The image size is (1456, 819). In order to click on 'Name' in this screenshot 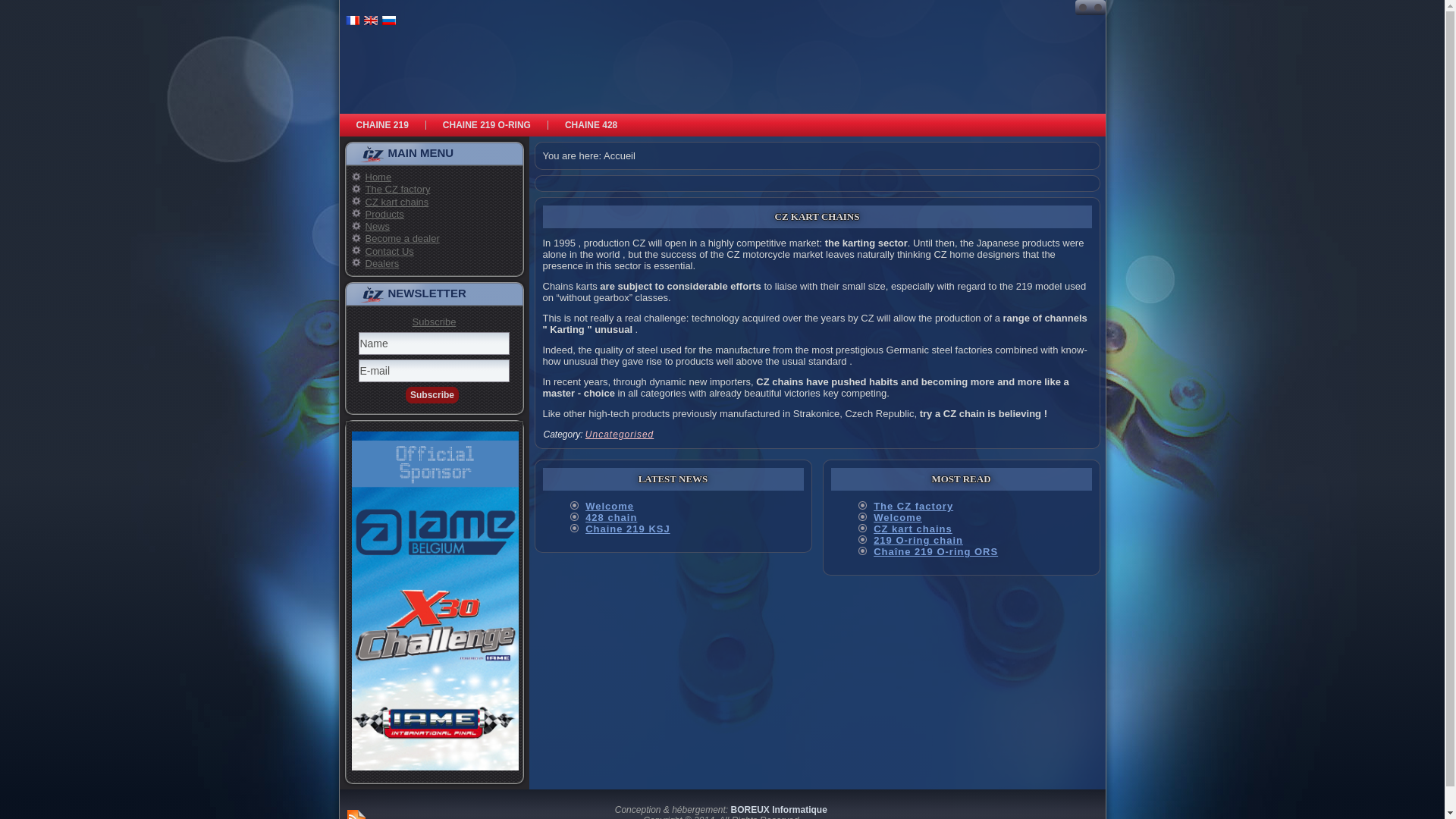, I will do `click(432, 343)`.